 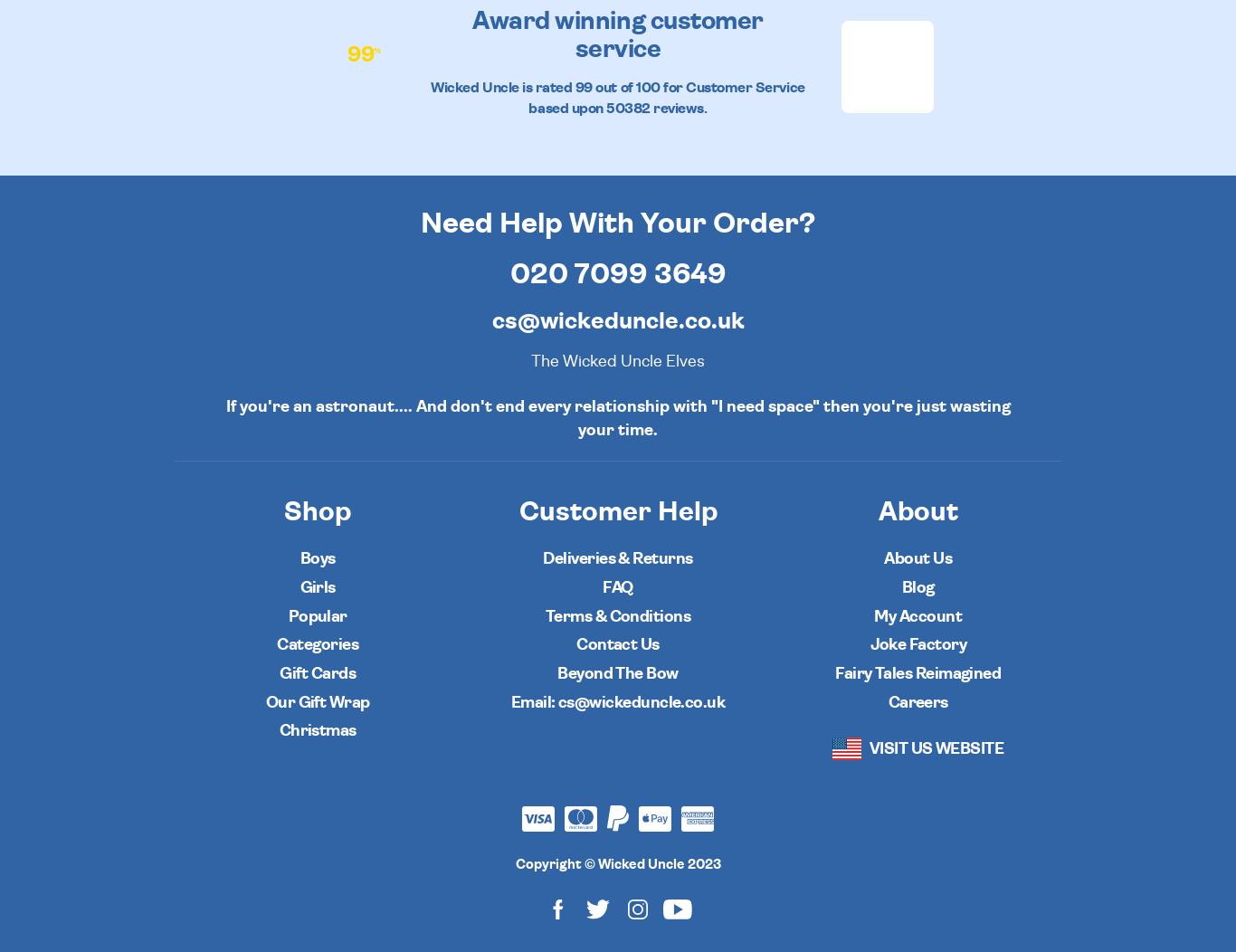 What do you see at coordinates (616, 700) in the screenshot?
I see `'Email: cs@wickeduncle.co.uk'` at bounding box center [616, 700].